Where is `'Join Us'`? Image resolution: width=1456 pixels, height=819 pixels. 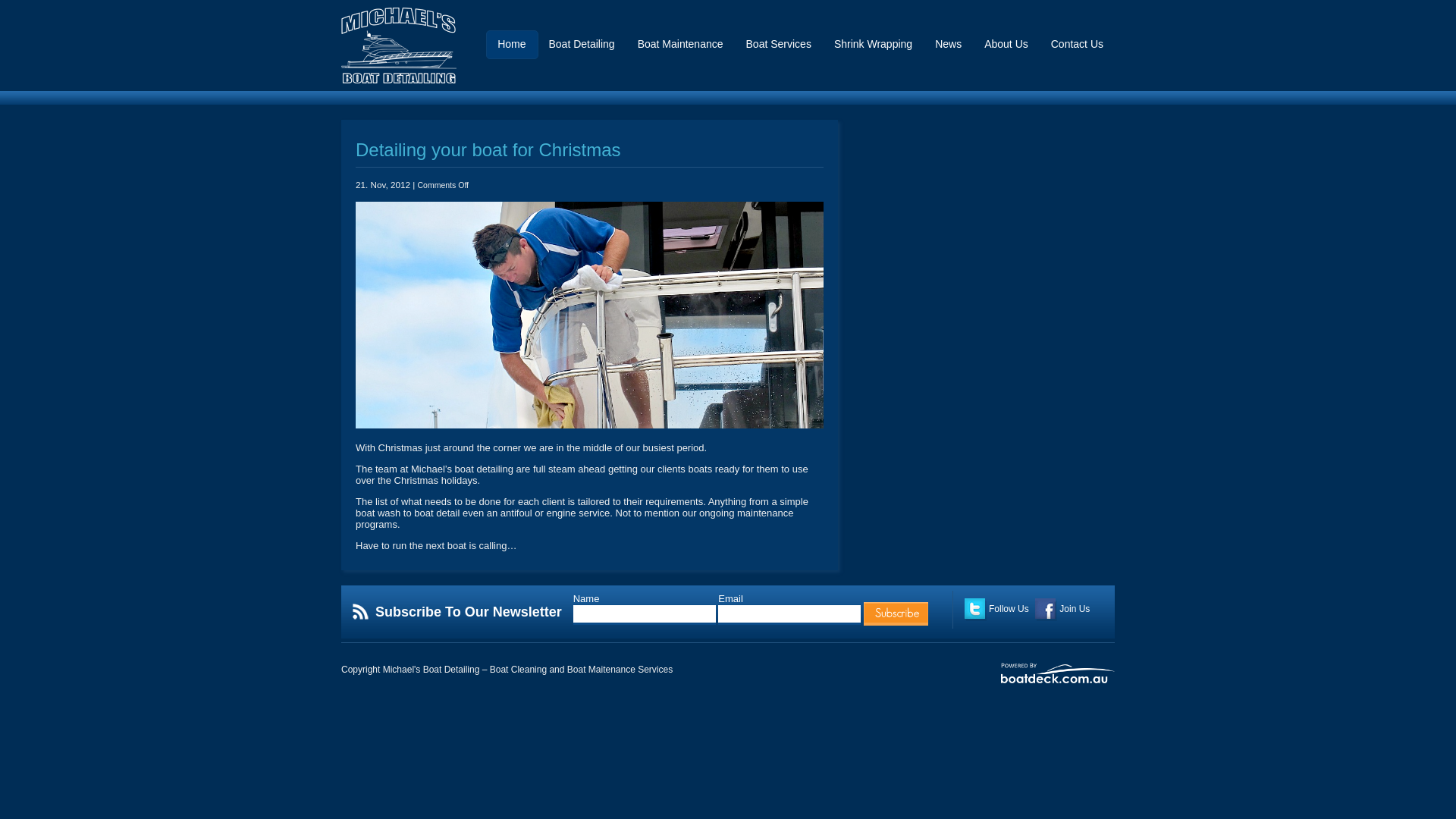 'Join Us' is located at coordinates (1034, 607).